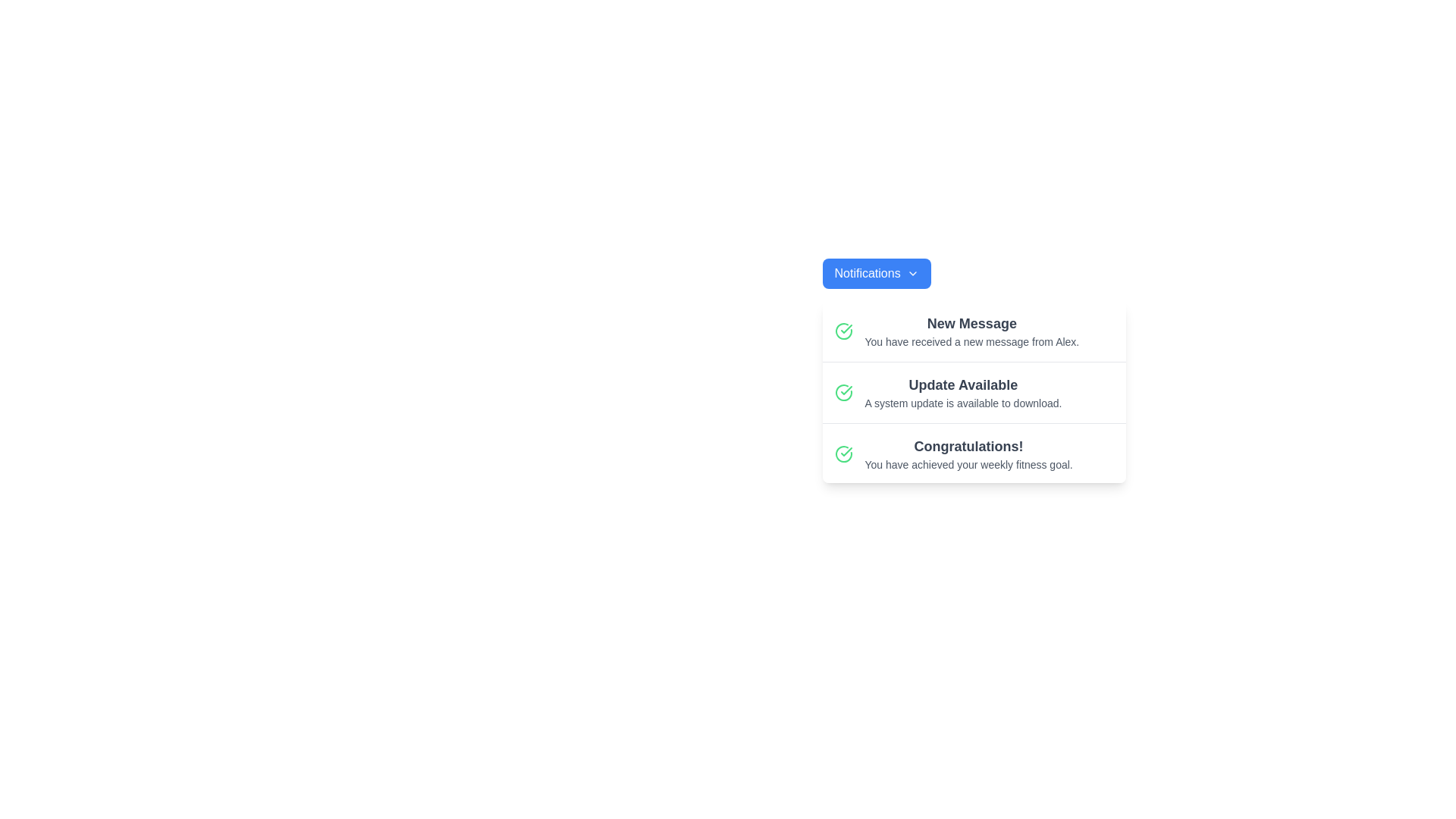 The height and width of the screenshot is (819, 1456). What do you see at coordinates (877, 274) in the screenshot?
I see `the notifications dropdown button` at bounding box center [877, 274].